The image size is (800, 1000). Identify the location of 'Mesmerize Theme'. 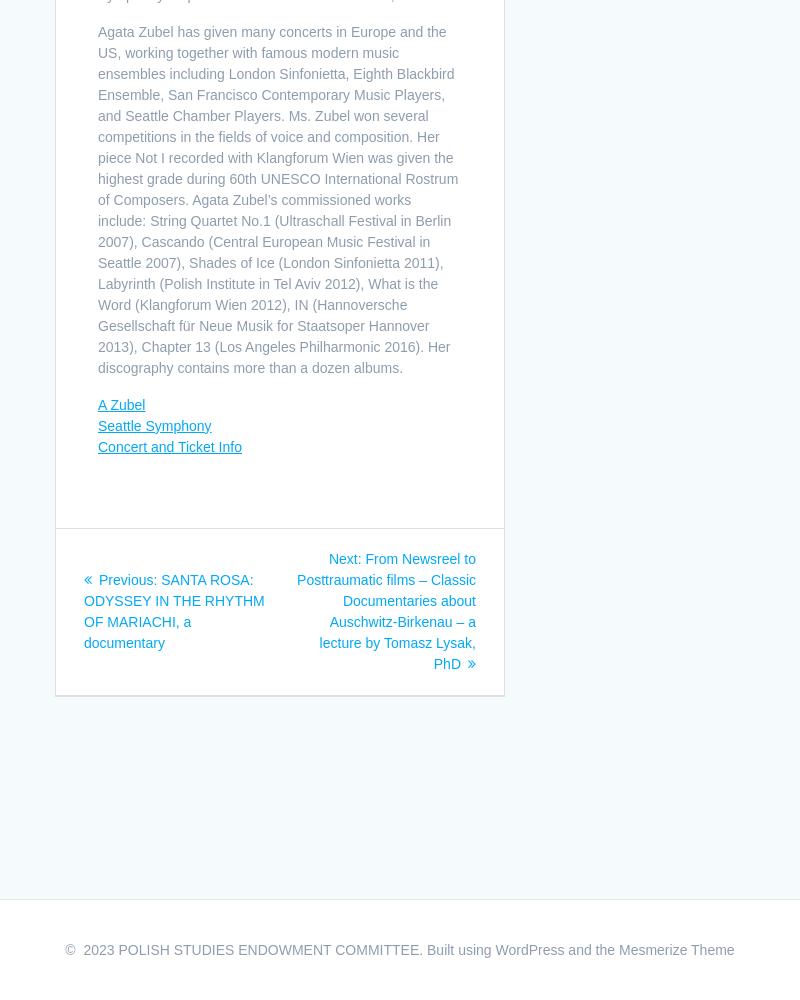
(676, 949).